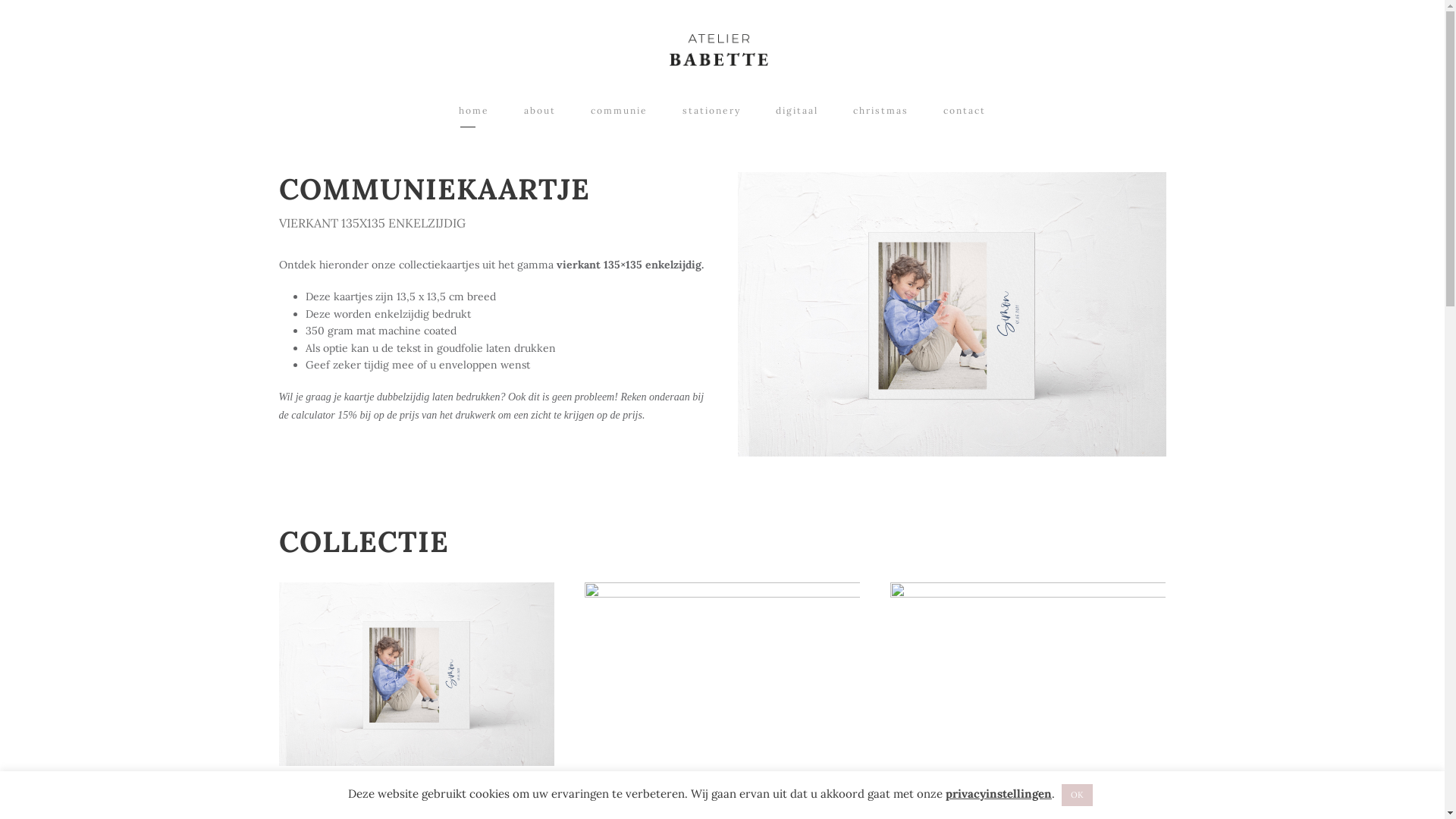  Describe the element at coordinates (619, 113) in the screenshot. I see `'communie'` at that location.